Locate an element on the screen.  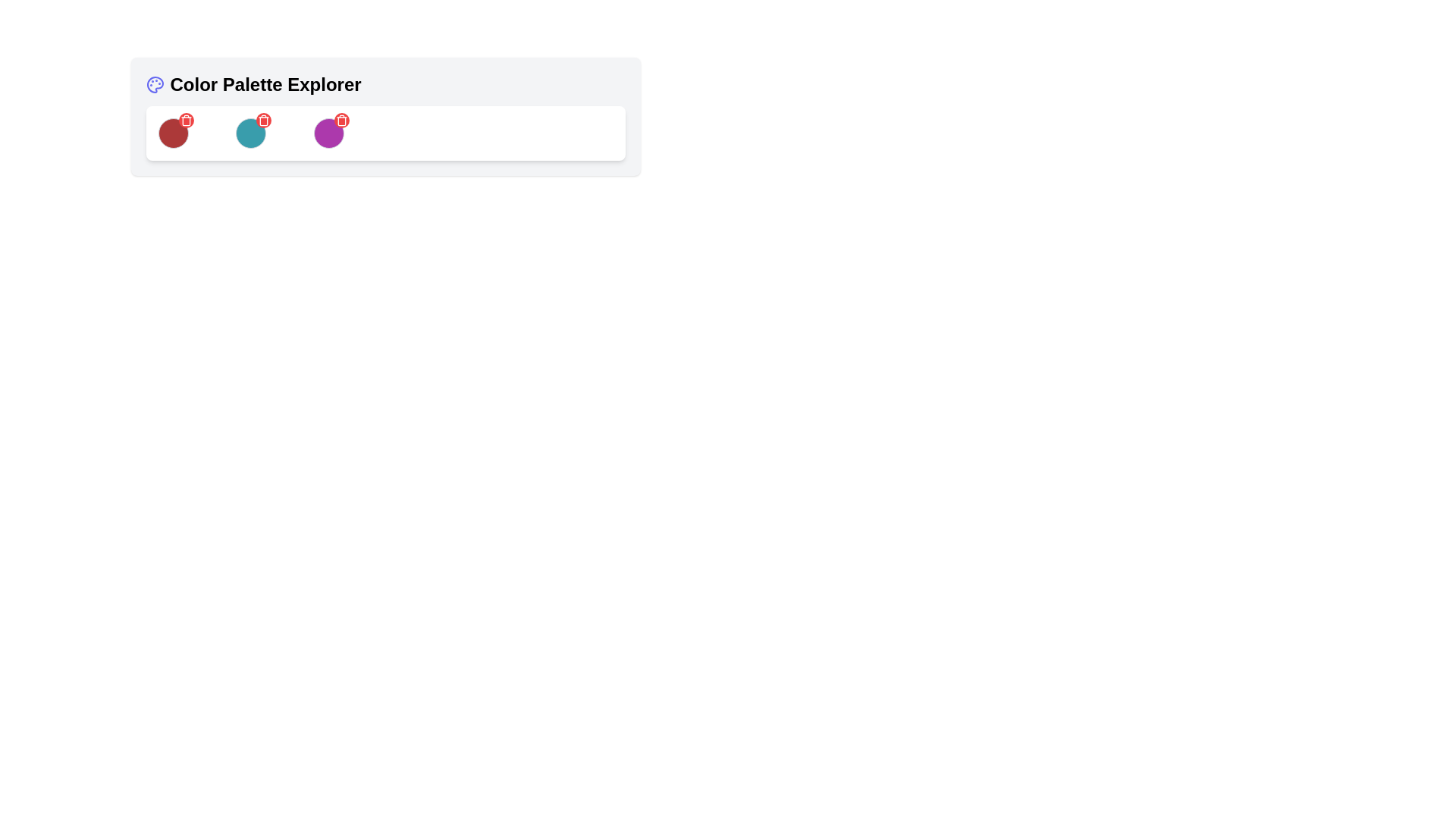
the painter's palette icon, which is styled with a purple-blue hue and located to the left of the 'Color Palette Explorer' text is located at coordinates (155, 84).